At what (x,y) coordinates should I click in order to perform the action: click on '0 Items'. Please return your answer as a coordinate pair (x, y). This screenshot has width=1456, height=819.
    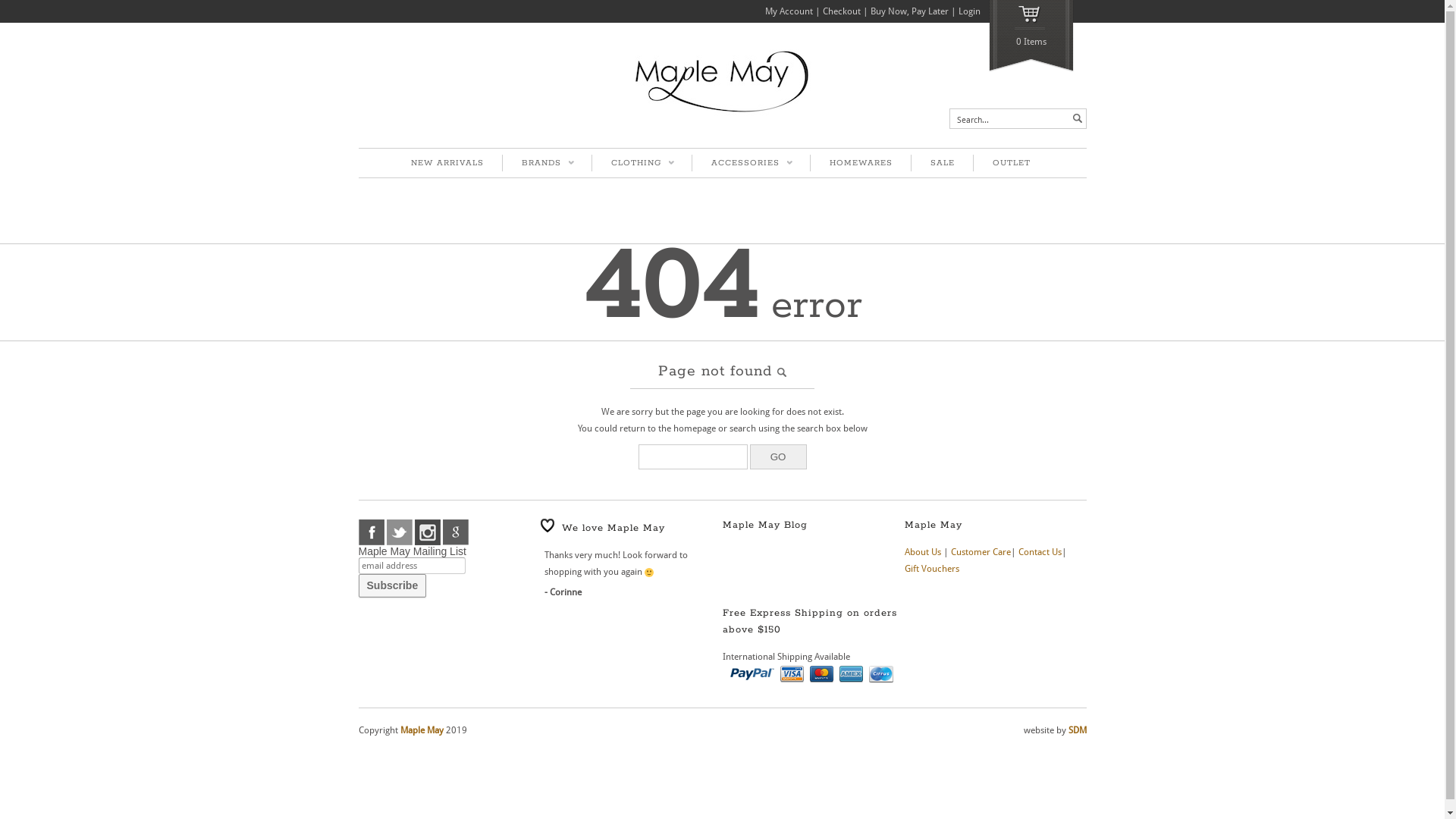
    Looking at the image, I should click on (1031, 35).